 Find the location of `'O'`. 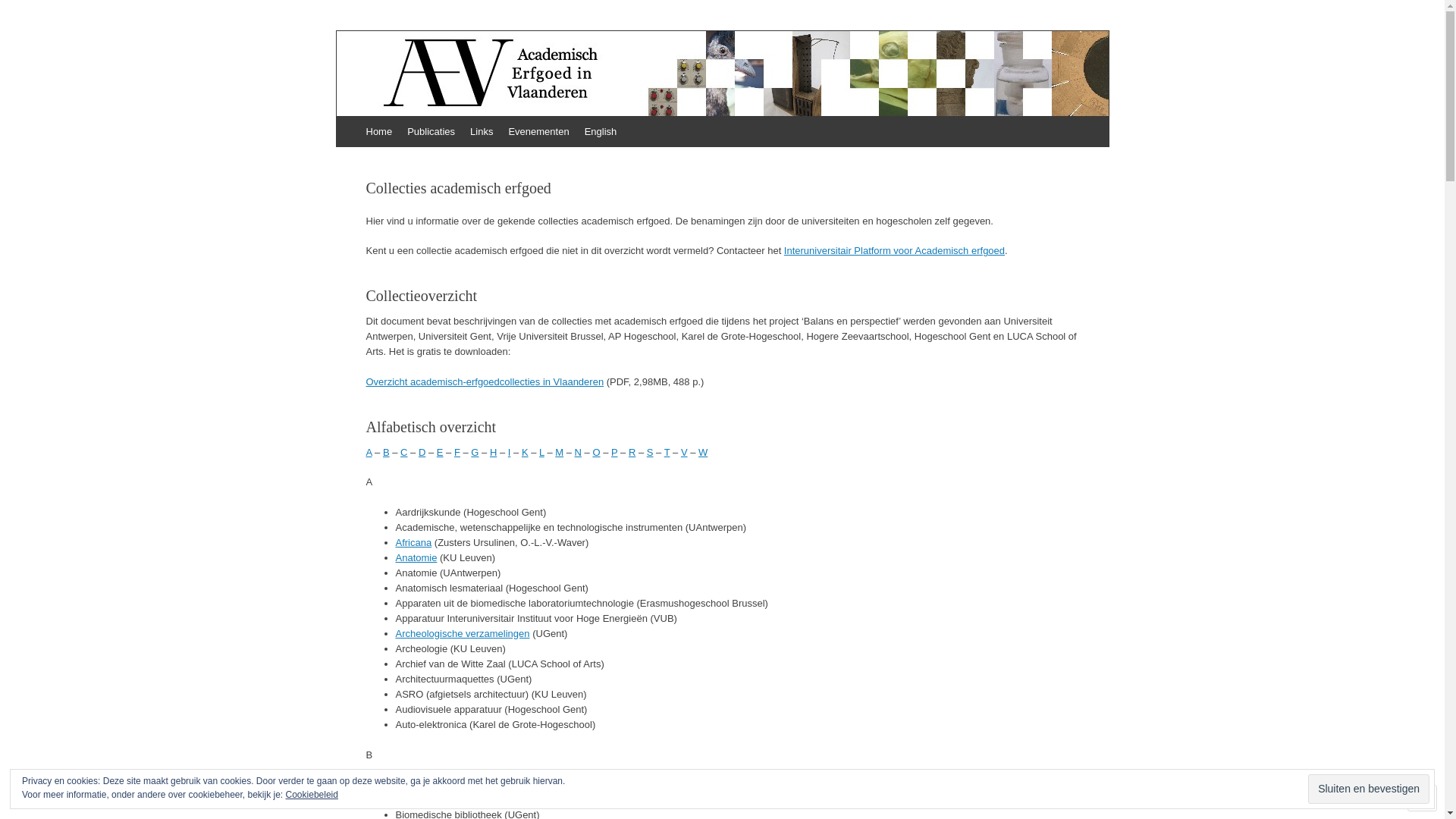

'O' is located at coordinates (595, 450).